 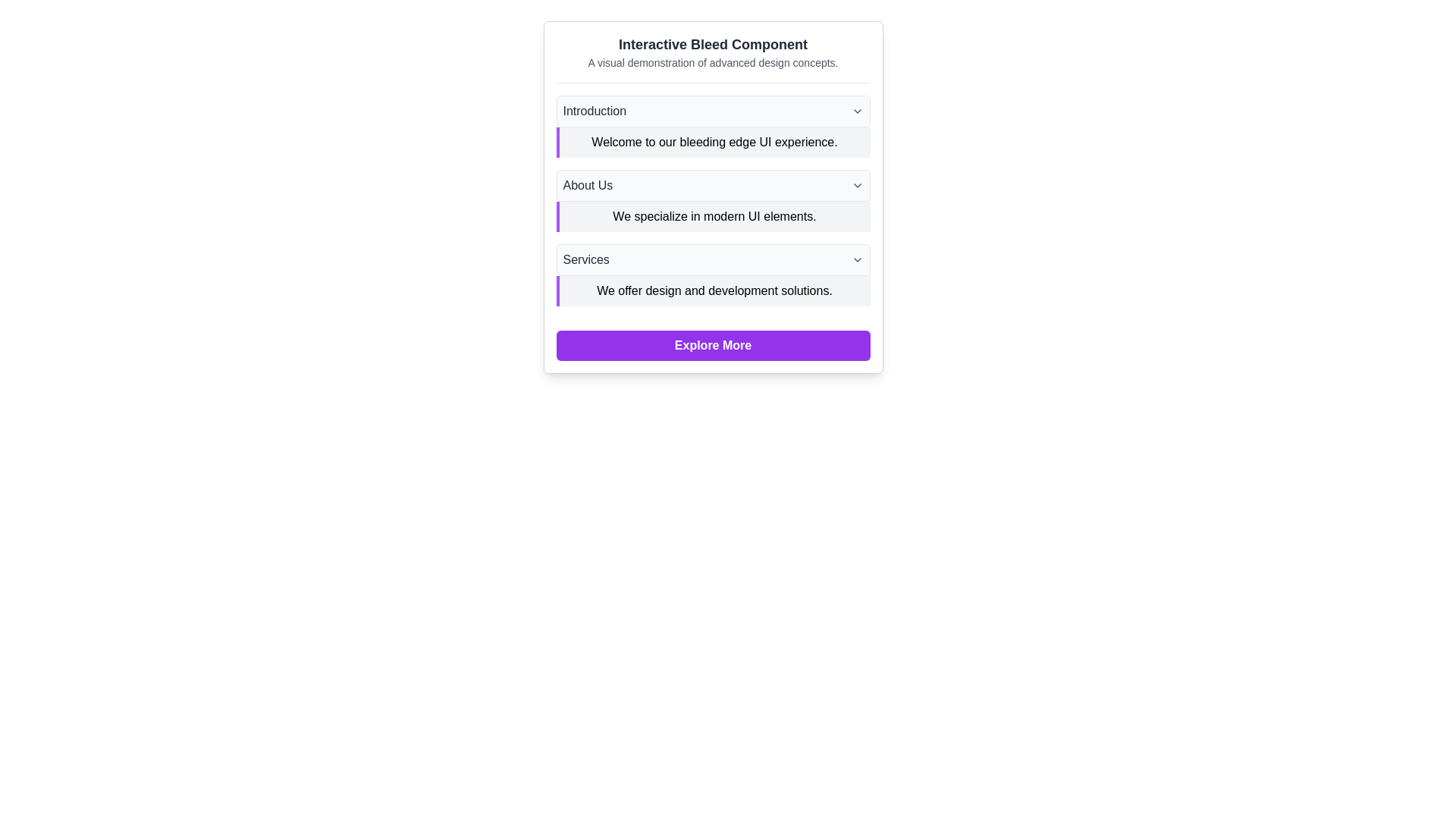 I want to click on the text block containing 'We specialize in modern UI elements.' located below the 'About Us' header, so click(x=712, y=216).